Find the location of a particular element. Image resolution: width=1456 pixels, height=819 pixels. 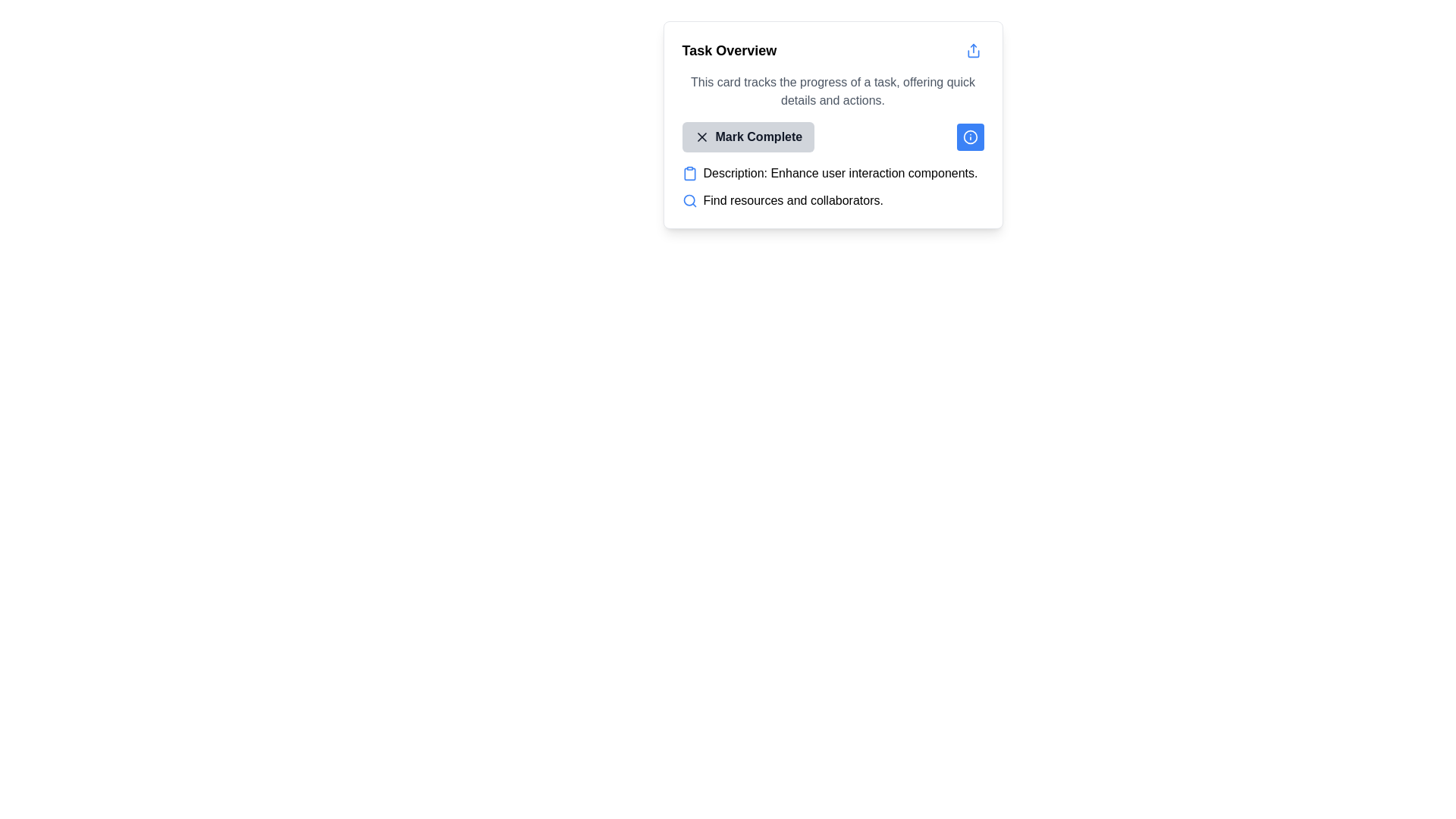

the blue magnifying glass icon located to the left of the text 'Find resources and collaborators' in the top-right section of the 'Task Overview' card is located at coordinates (689, 200).